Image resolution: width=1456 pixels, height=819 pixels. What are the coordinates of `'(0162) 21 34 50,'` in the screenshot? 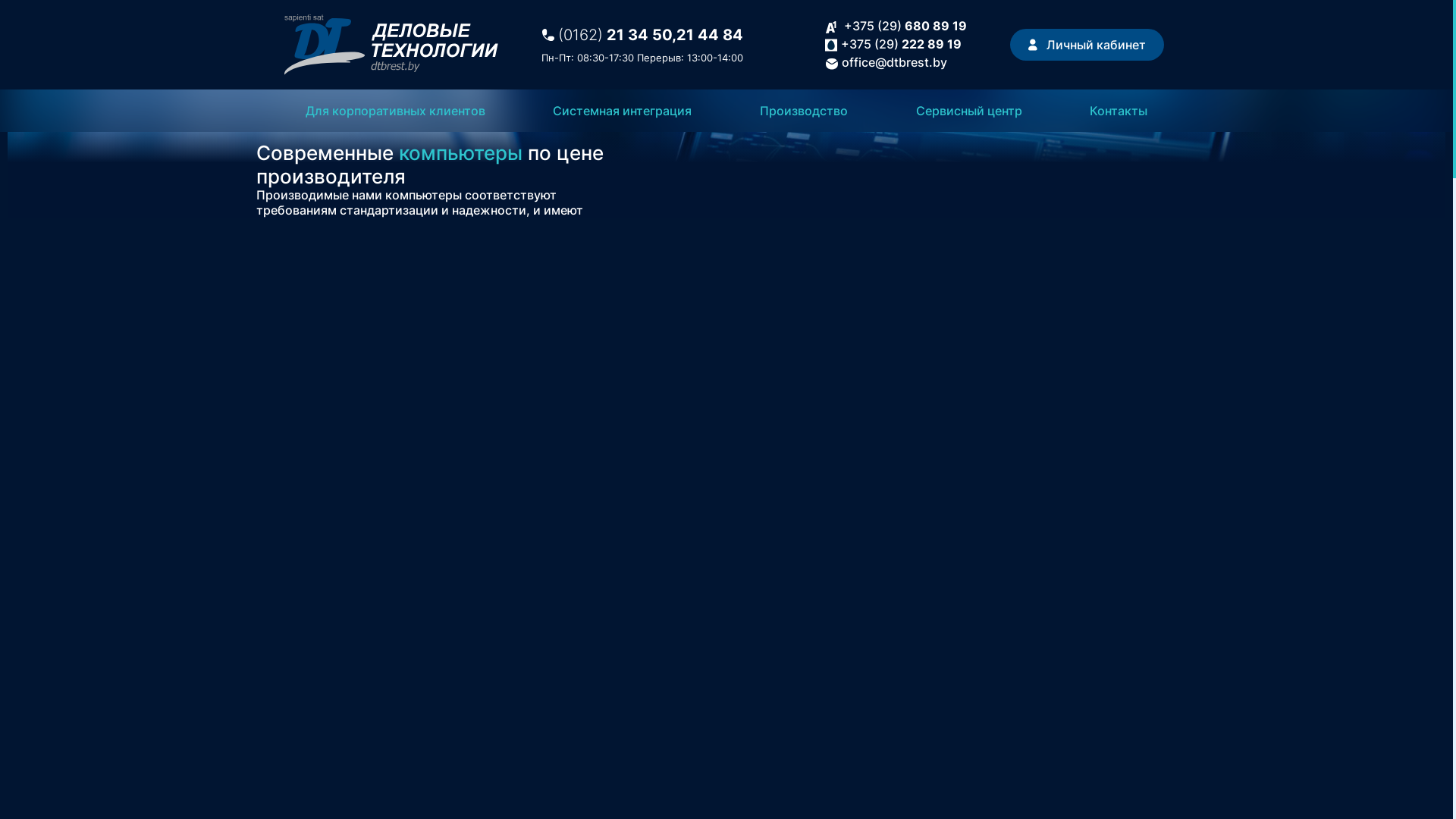 It's located at (617, 34).